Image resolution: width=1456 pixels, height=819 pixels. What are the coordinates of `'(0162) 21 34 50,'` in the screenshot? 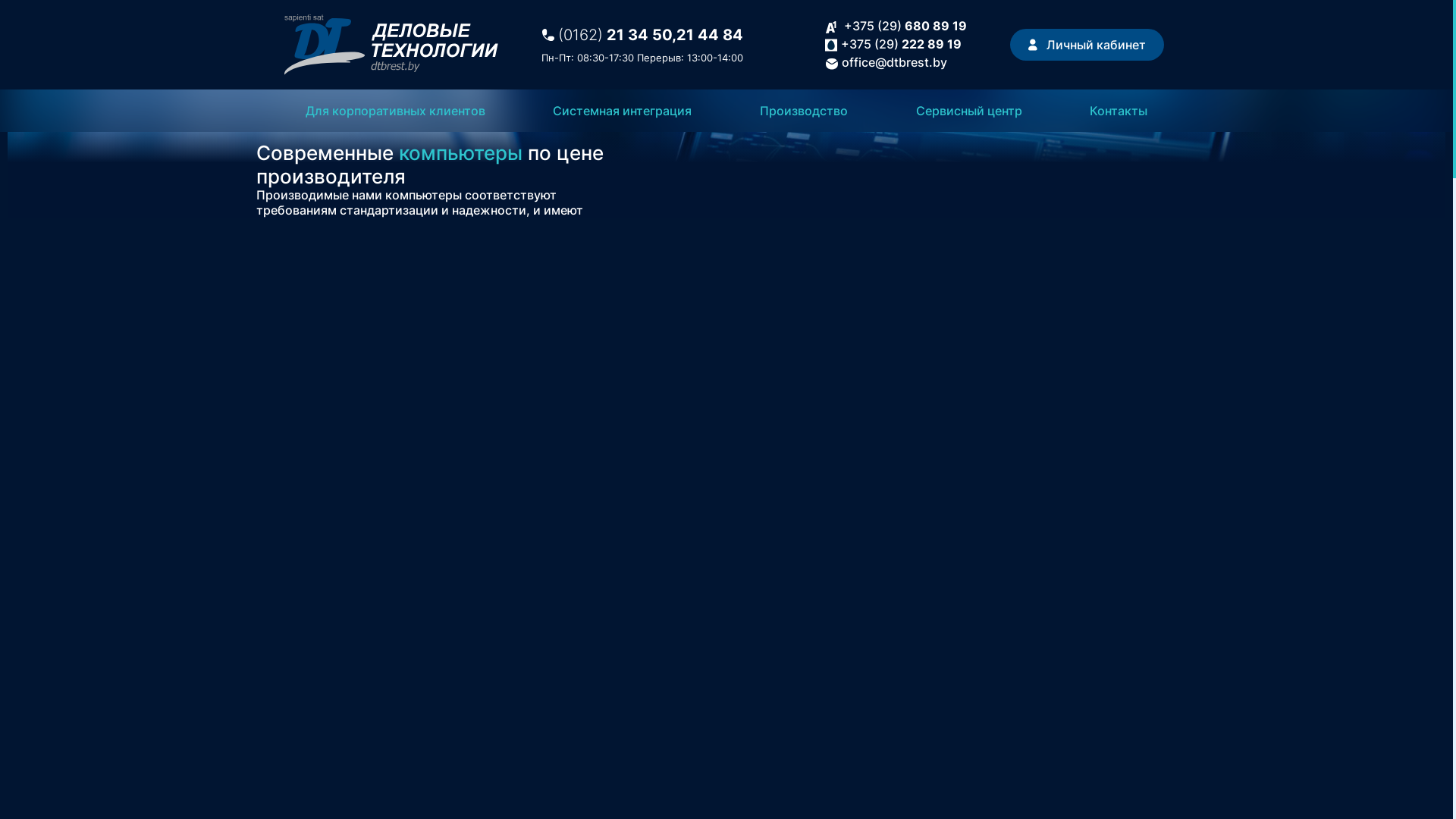 It's located at (617, 34).